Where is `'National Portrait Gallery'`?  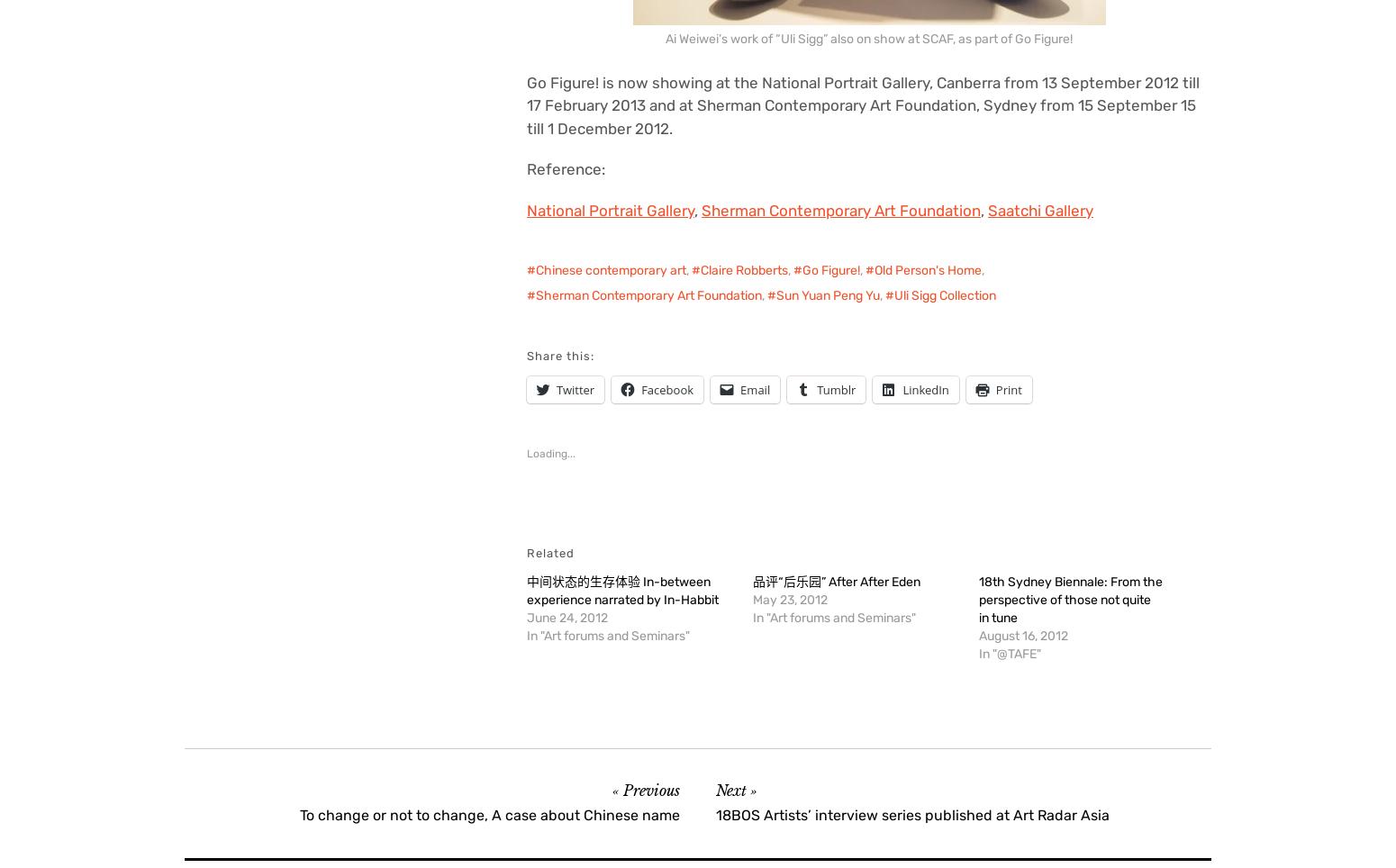 'National Portrait Gallery' is located at coordinates (609, 209).